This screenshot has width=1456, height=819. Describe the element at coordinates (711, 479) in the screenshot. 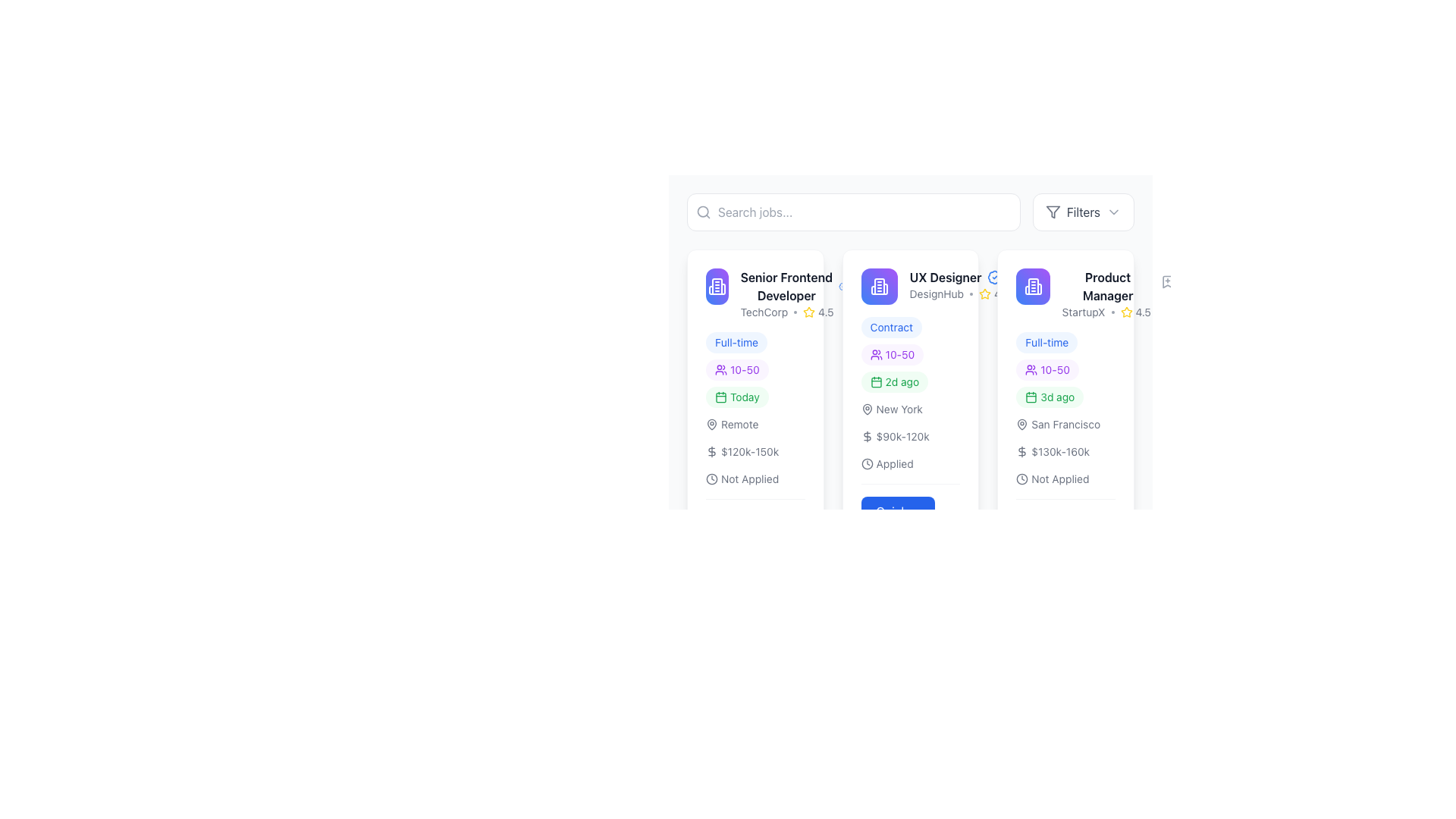

I see `the clock icon element located before the 'Not Applied' label in the job description card` at that location.